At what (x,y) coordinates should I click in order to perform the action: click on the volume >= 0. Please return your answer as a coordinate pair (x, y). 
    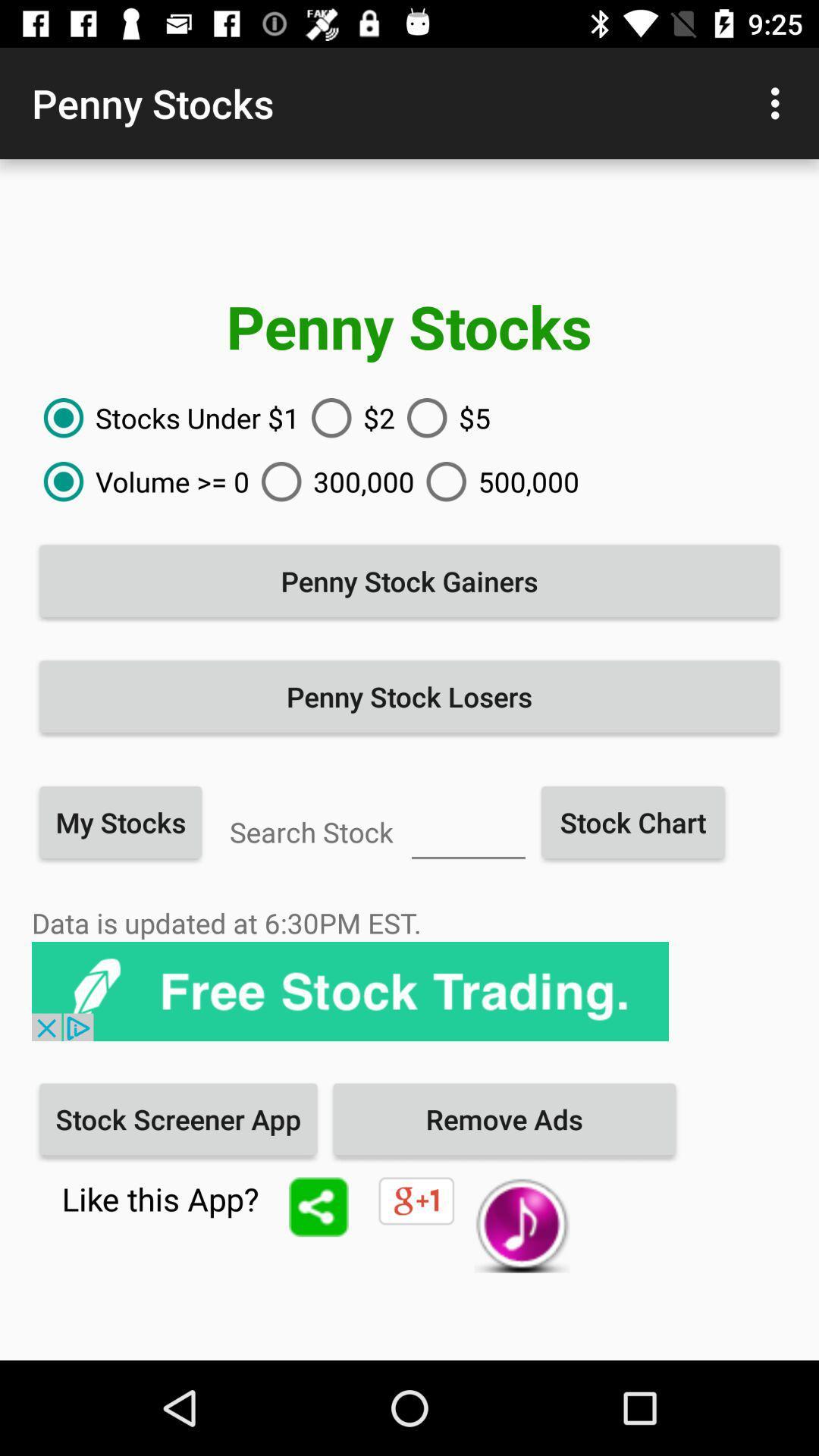
    Looking at the image, I should click on (140, 481).